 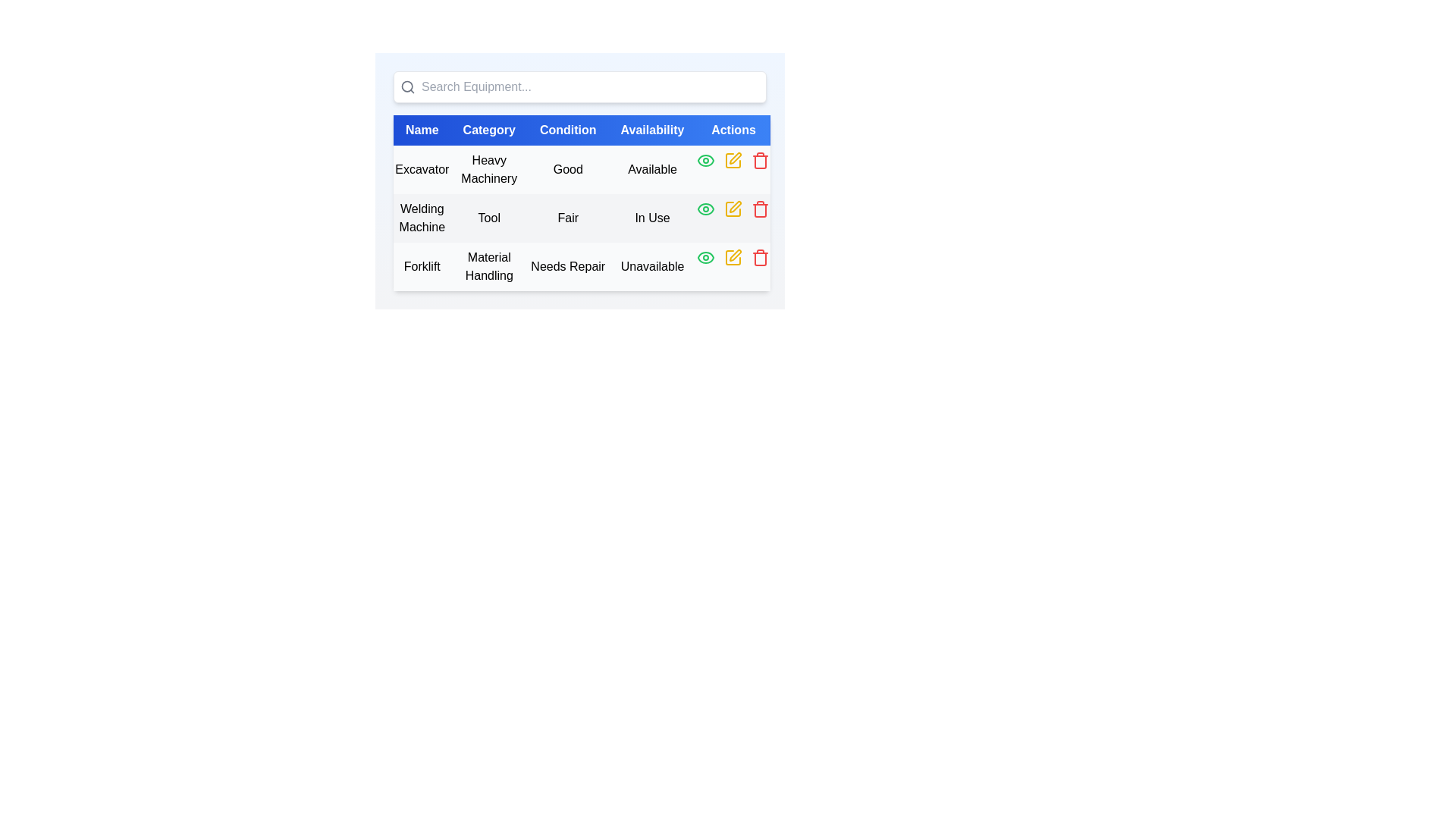 I want to click on the text label displaying 'Tool' in the second cell under the 'Category' column associated with the 'Welding Machine' row, so click(x=488, y=218).